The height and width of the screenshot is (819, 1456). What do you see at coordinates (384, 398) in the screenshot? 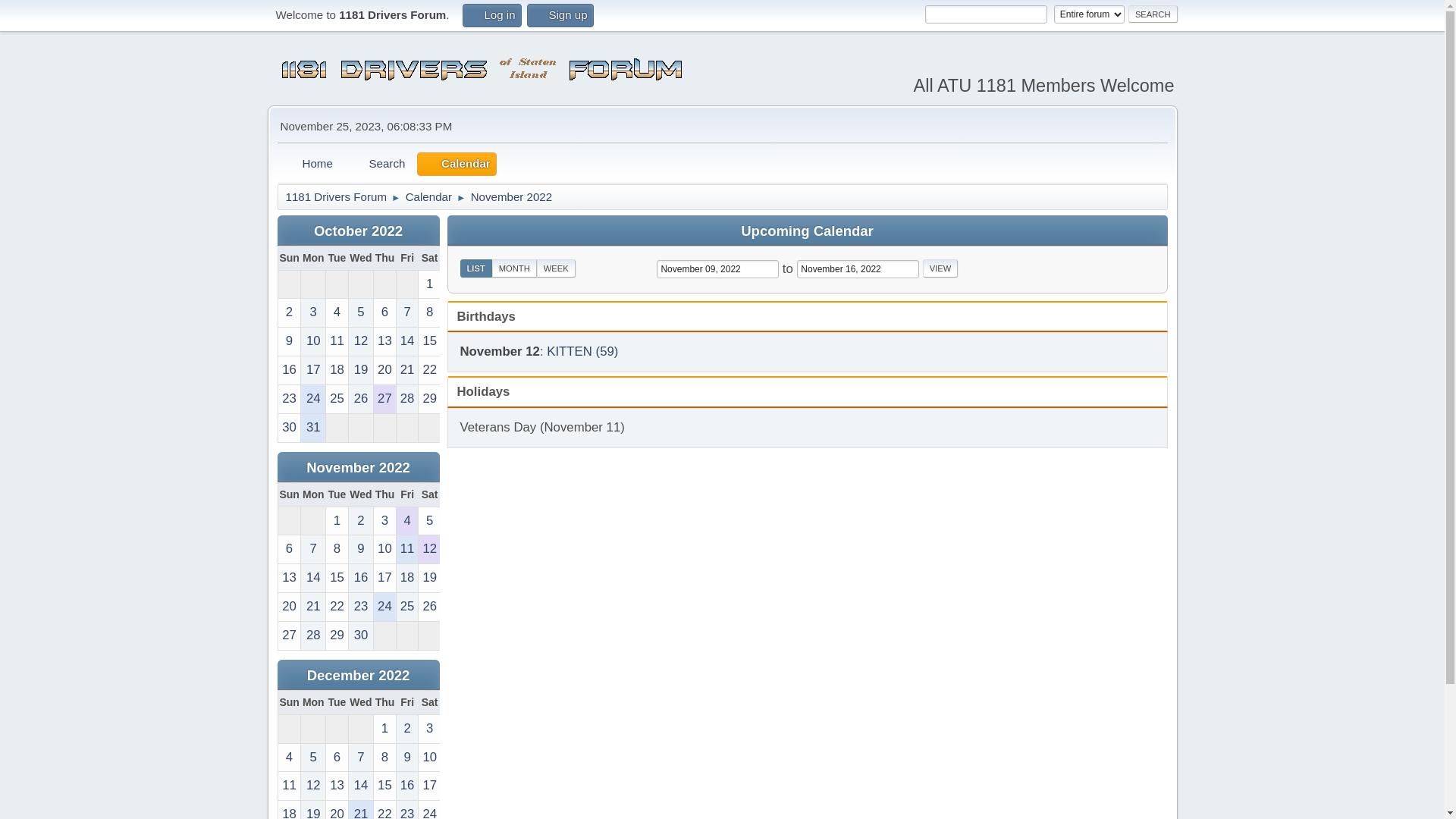
I see `'27'` at bounding box center [384, 398].